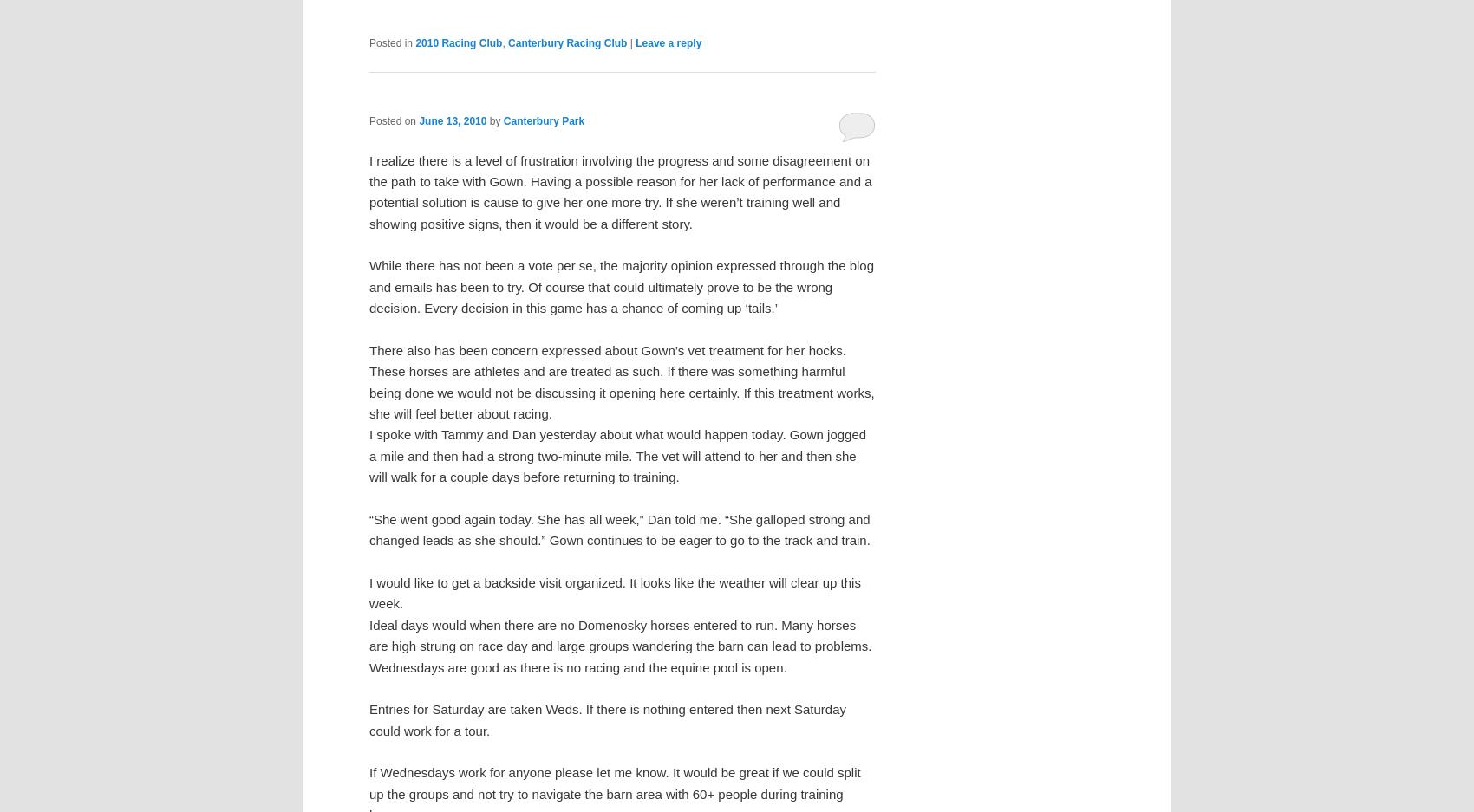  Describe the element at coordinates (394, 120) in the screenshot. I see `'Posted on'` at that location.